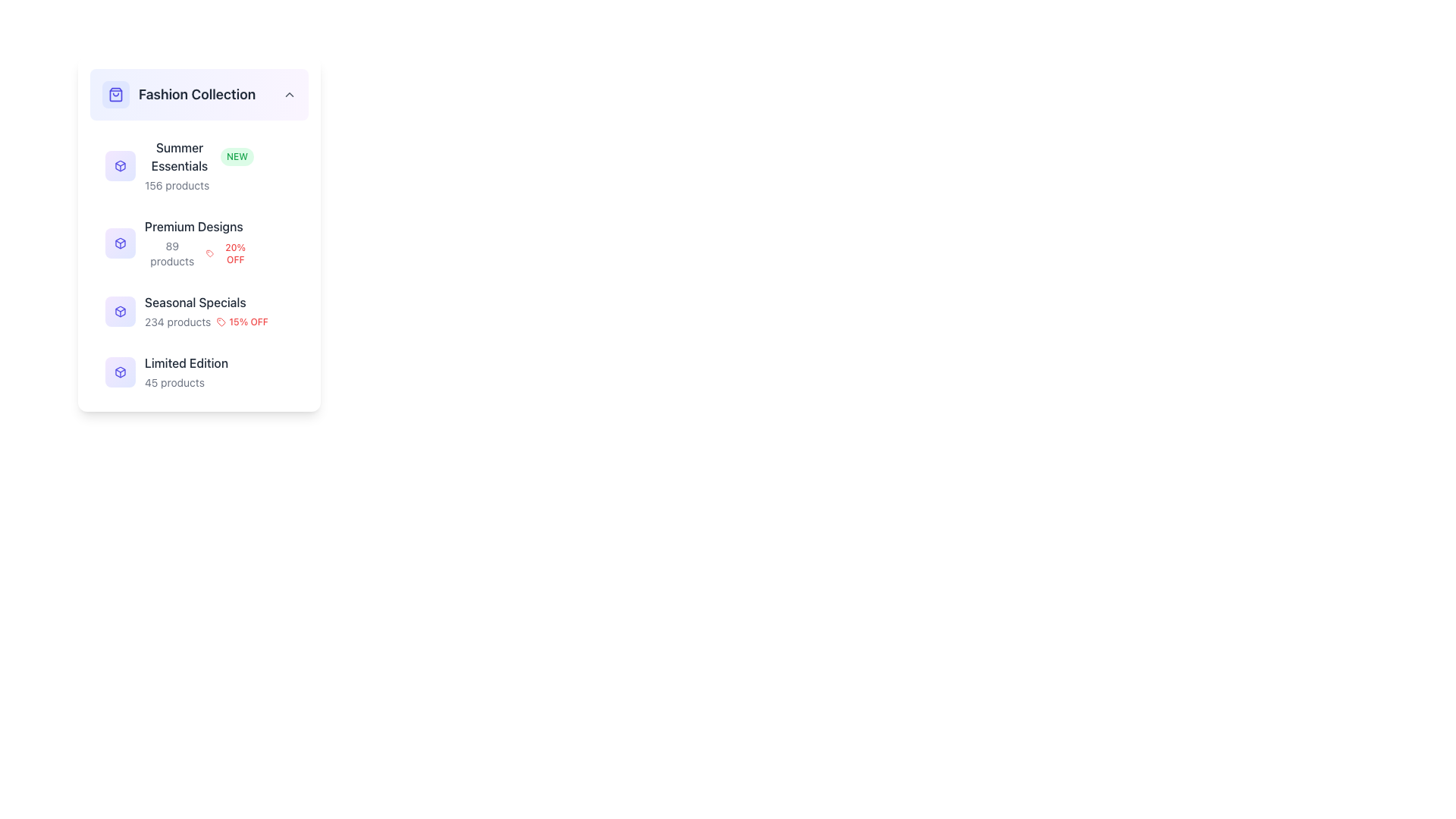 The image size is (1456, 819). Describe the element at coordinates (119, 372) in the screenshot. I see `the square icon with rounded corners that has a gradient from light purple to light indigo and features a stylized box icon outlined in purple, located in the sidebar menu above the text 'Limited Edition'` at that location.